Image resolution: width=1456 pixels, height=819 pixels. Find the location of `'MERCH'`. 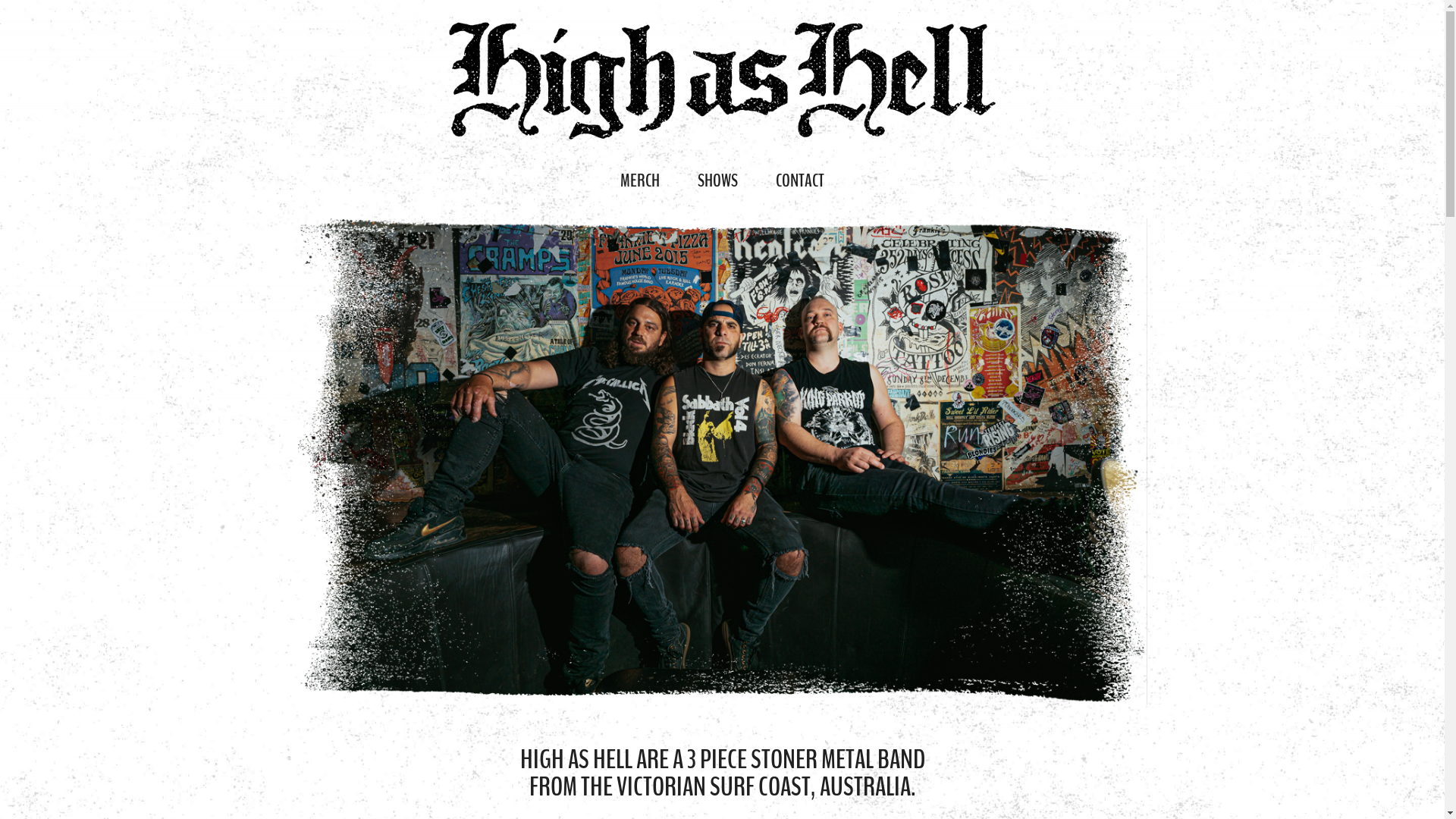

'MERCH' is located at coordinates (600, 180).